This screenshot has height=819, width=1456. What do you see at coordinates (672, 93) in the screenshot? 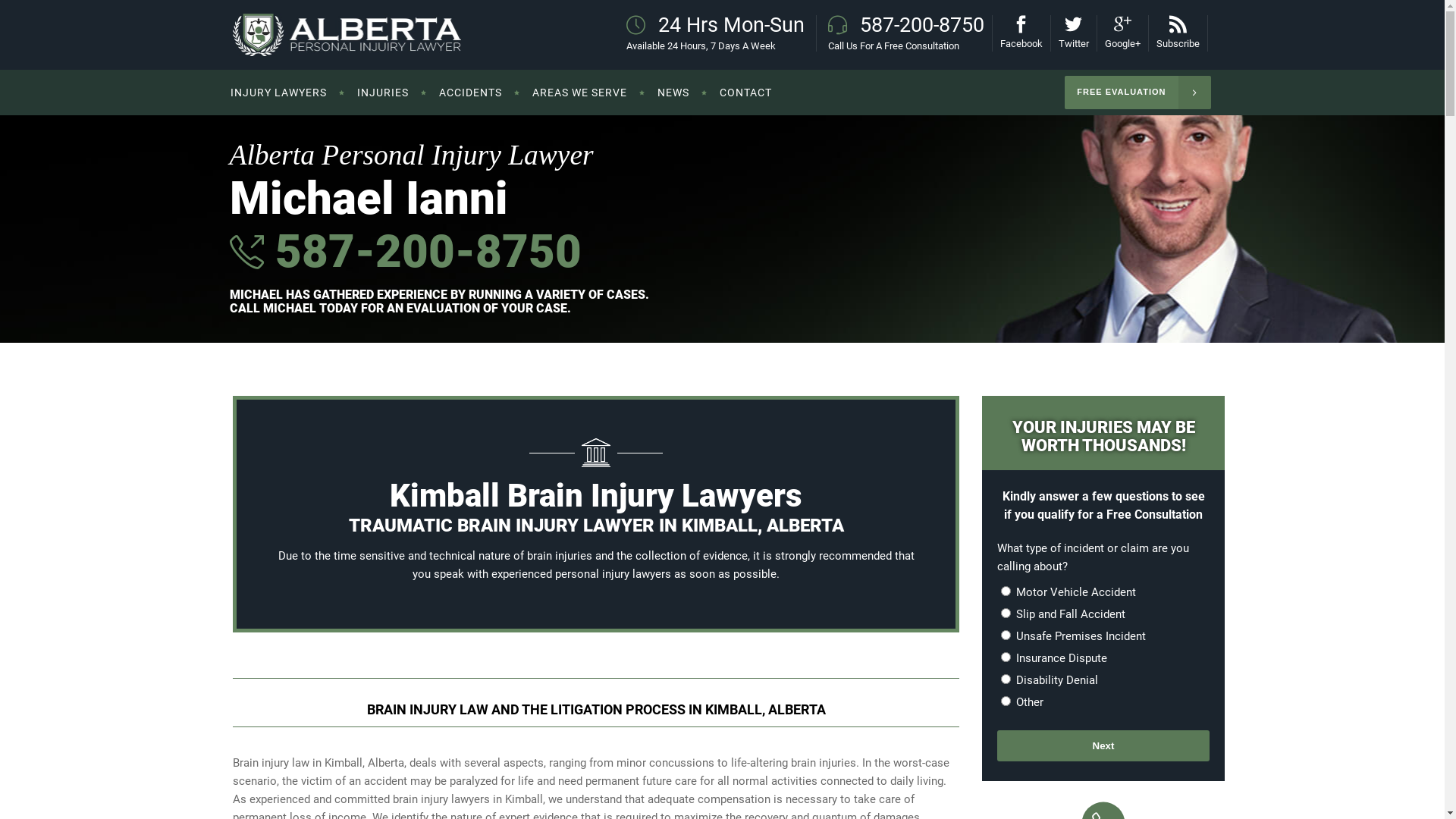
I see `'NEWS'` at bounding box center [672, 93].